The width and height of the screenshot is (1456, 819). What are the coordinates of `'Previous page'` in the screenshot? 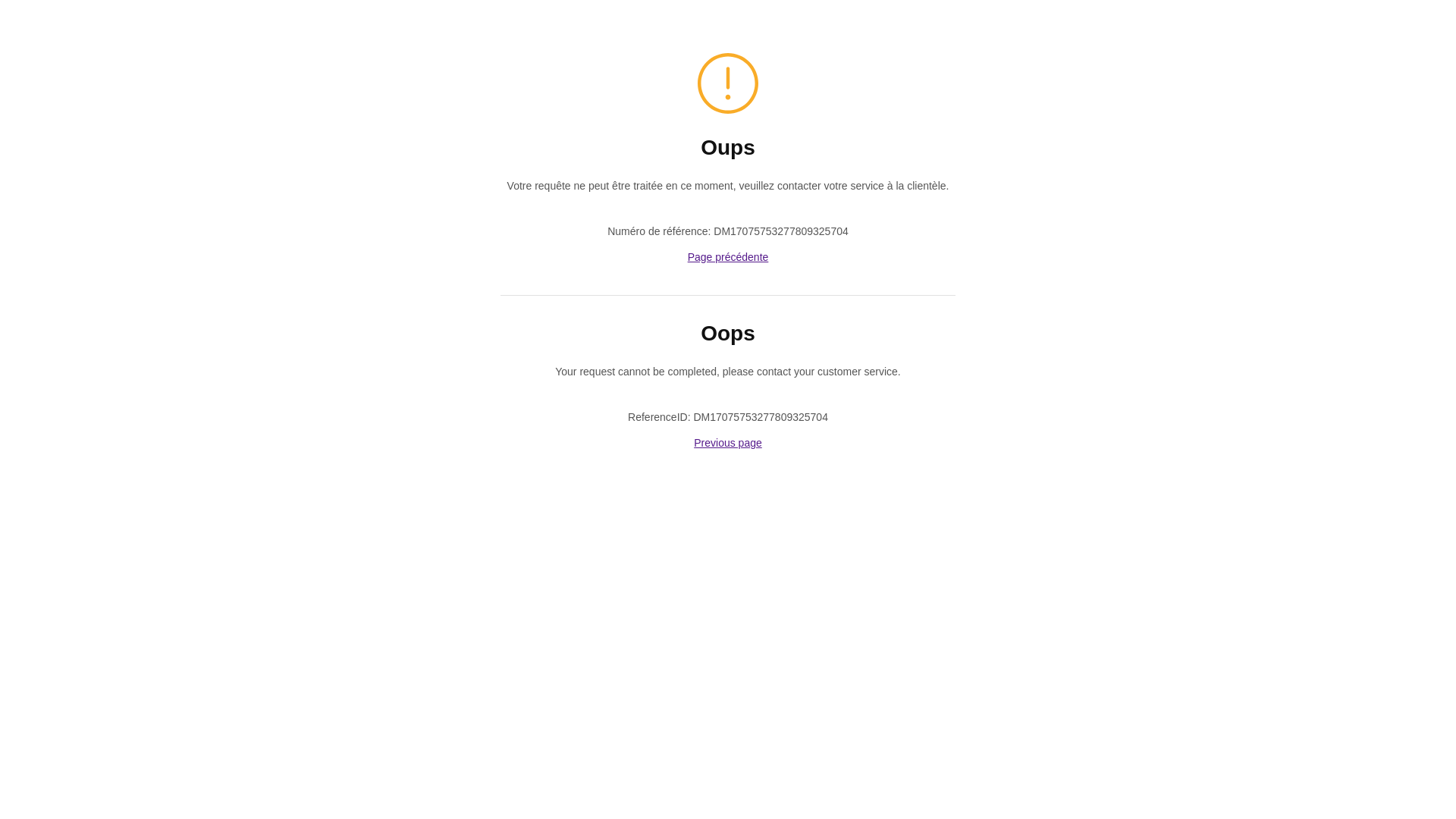 It's located at (728, 442).